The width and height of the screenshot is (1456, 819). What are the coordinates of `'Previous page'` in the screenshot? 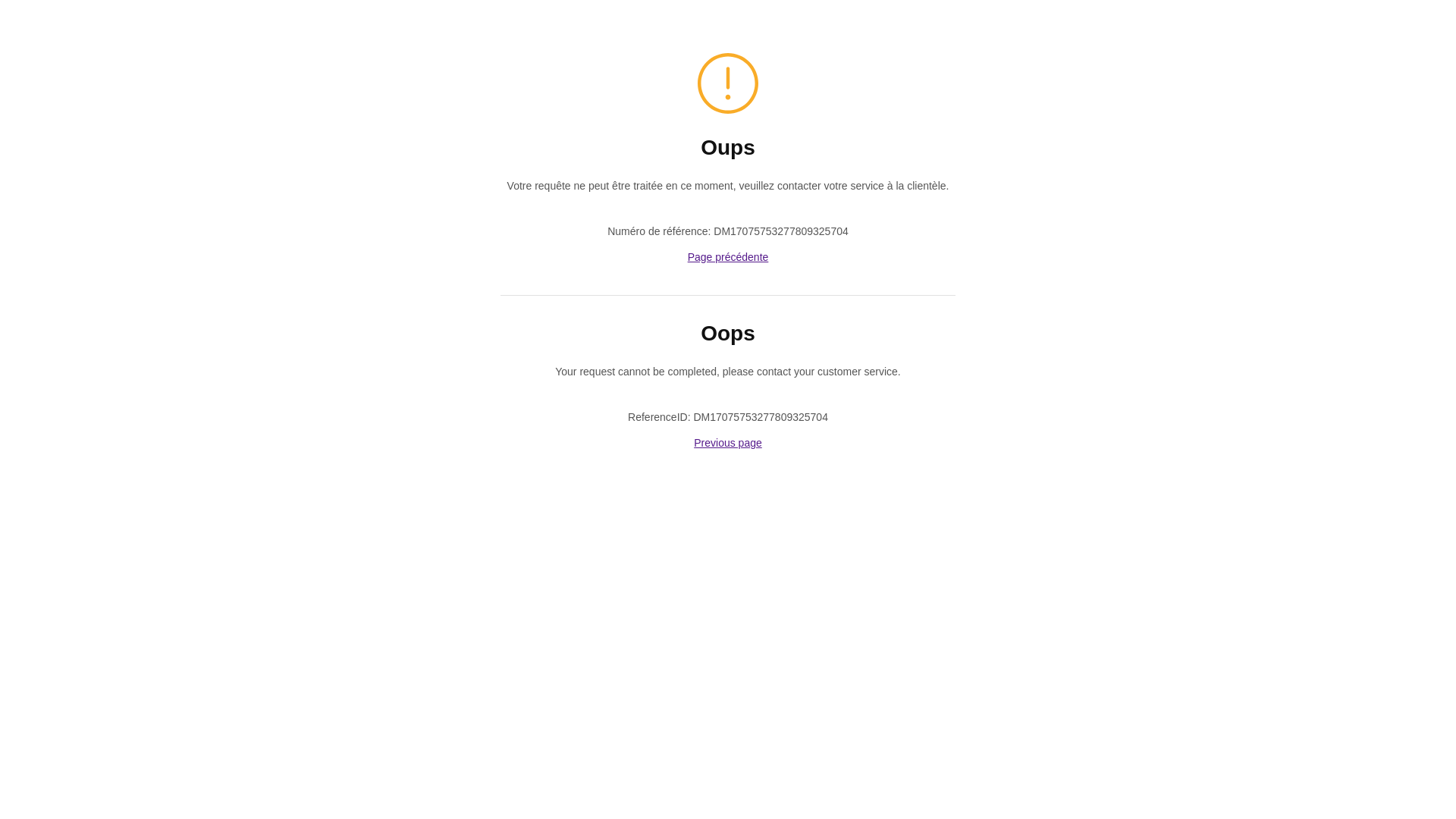 It's located at (728, 442).